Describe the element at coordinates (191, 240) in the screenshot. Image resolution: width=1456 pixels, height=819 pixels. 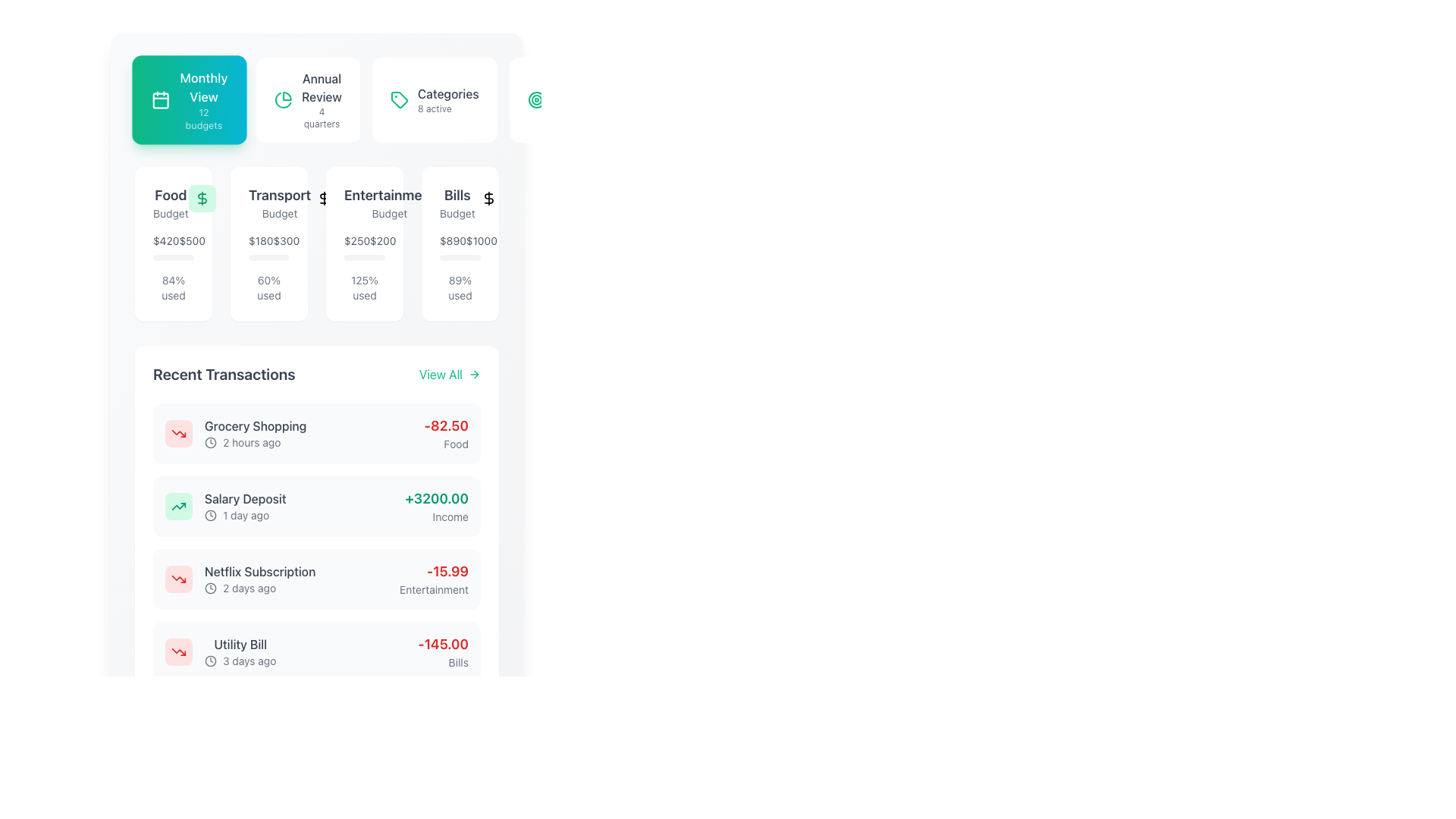
I see `the static text displaying '$500', which is aligned right next to the text '$420' within the 'Food' budget card on the dashboard interface` at that location.